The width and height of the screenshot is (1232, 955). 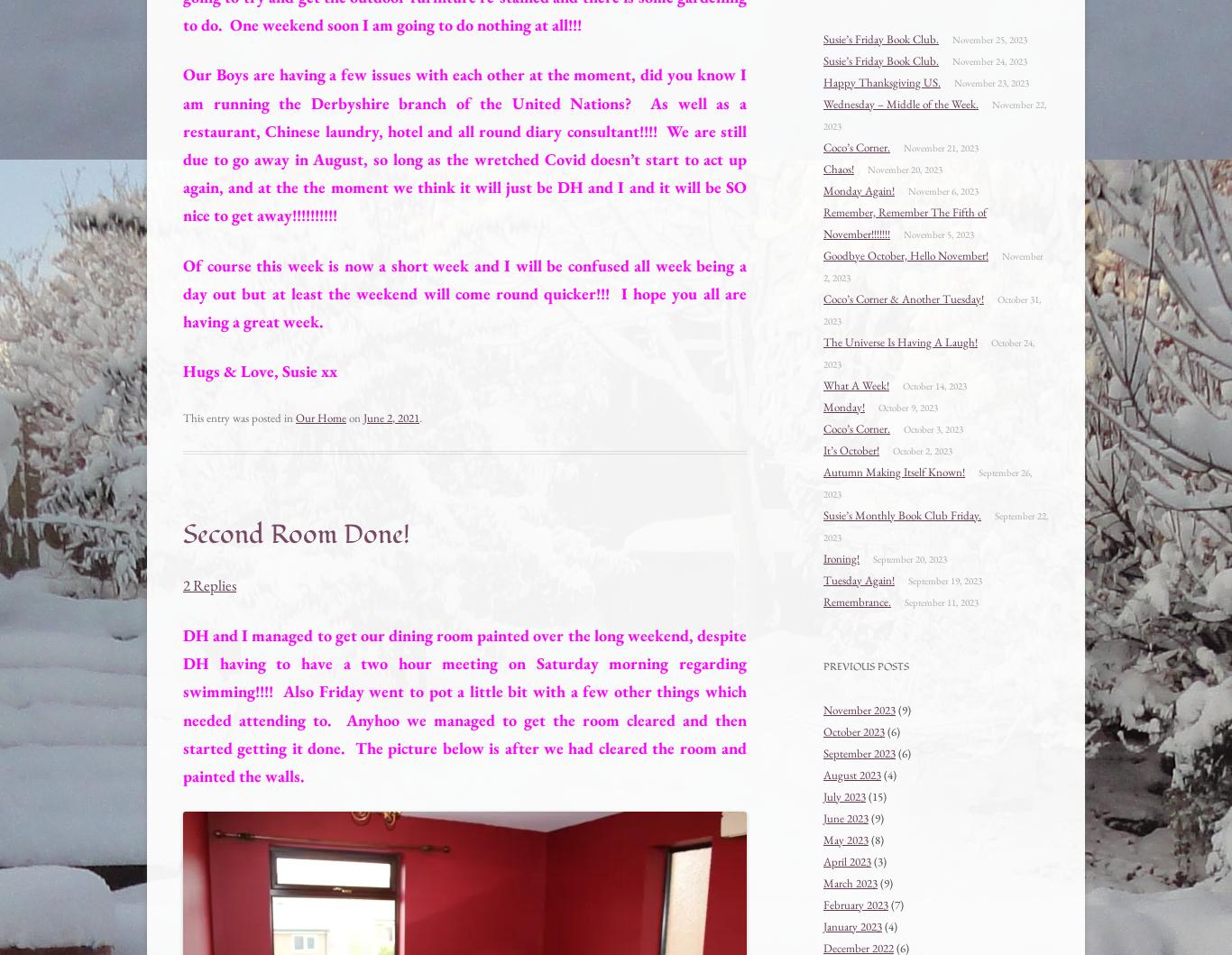 I want to click on 'Monday Again!', so click(x=859, y=188).